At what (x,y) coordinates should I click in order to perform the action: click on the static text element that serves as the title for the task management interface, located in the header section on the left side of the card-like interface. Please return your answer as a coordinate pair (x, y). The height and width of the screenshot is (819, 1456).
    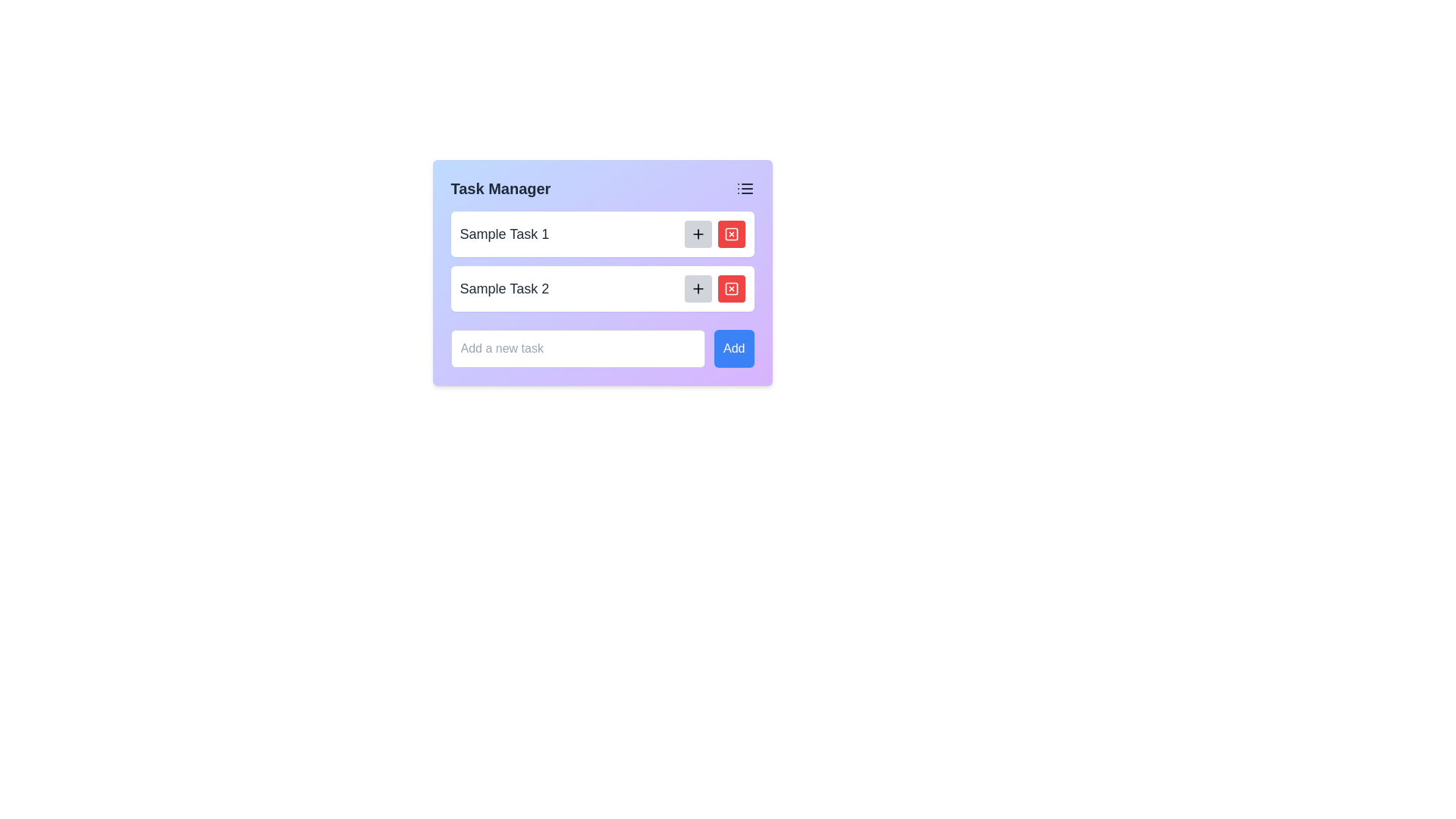
    Looking at the image, I should click on (500, 188).